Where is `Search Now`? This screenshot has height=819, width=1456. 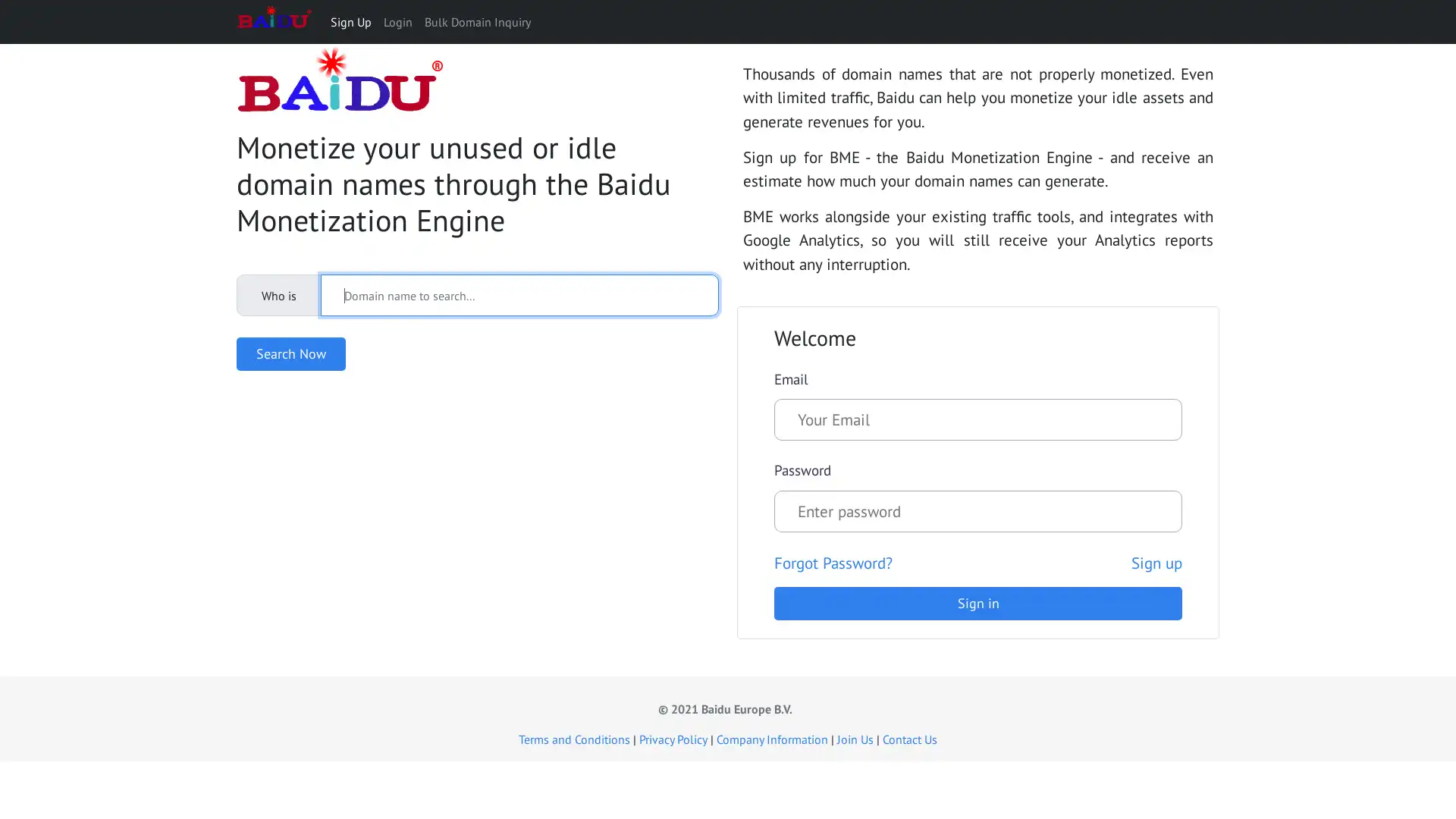
Search Now is located at coordinates (291, 353).